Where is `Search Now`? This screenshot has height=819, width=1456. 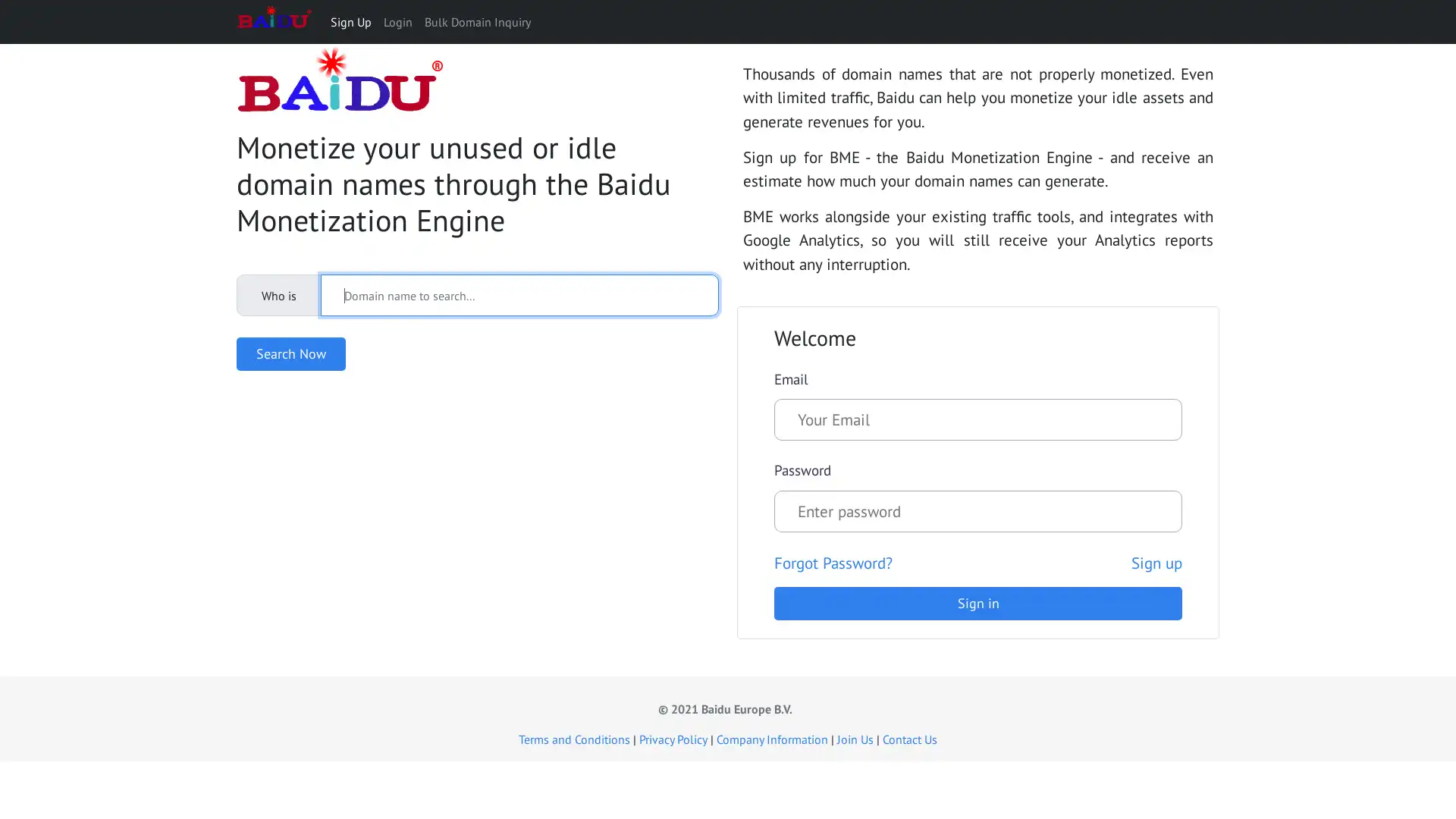
Search Now is located at coordinates (291, 353).